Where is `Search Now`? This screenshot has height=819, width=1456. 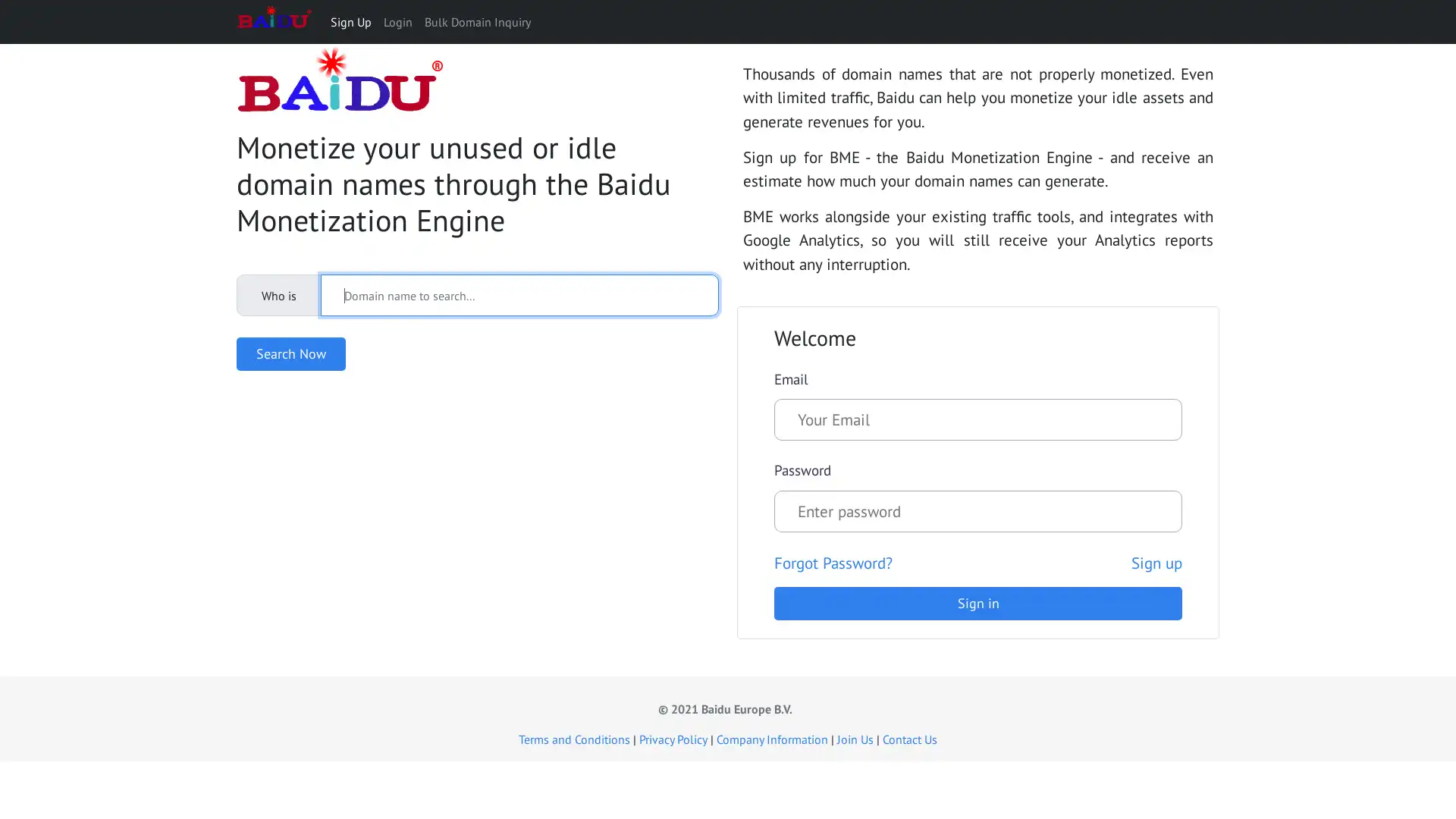
Search Now is located at coordinates (291, 353).